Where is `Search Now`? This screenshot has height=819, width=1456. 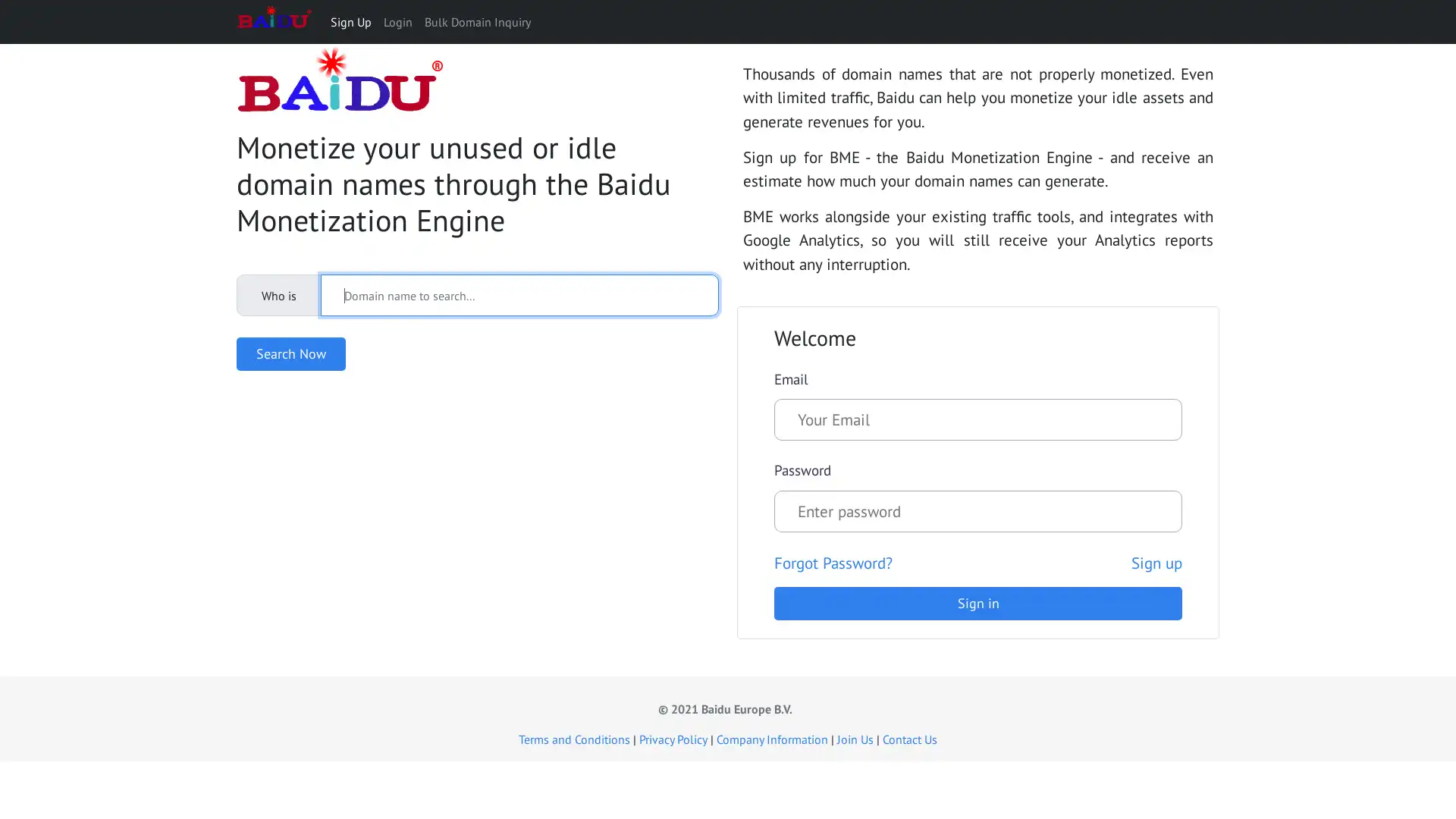
Search Now is located at coordinates (291, 353).